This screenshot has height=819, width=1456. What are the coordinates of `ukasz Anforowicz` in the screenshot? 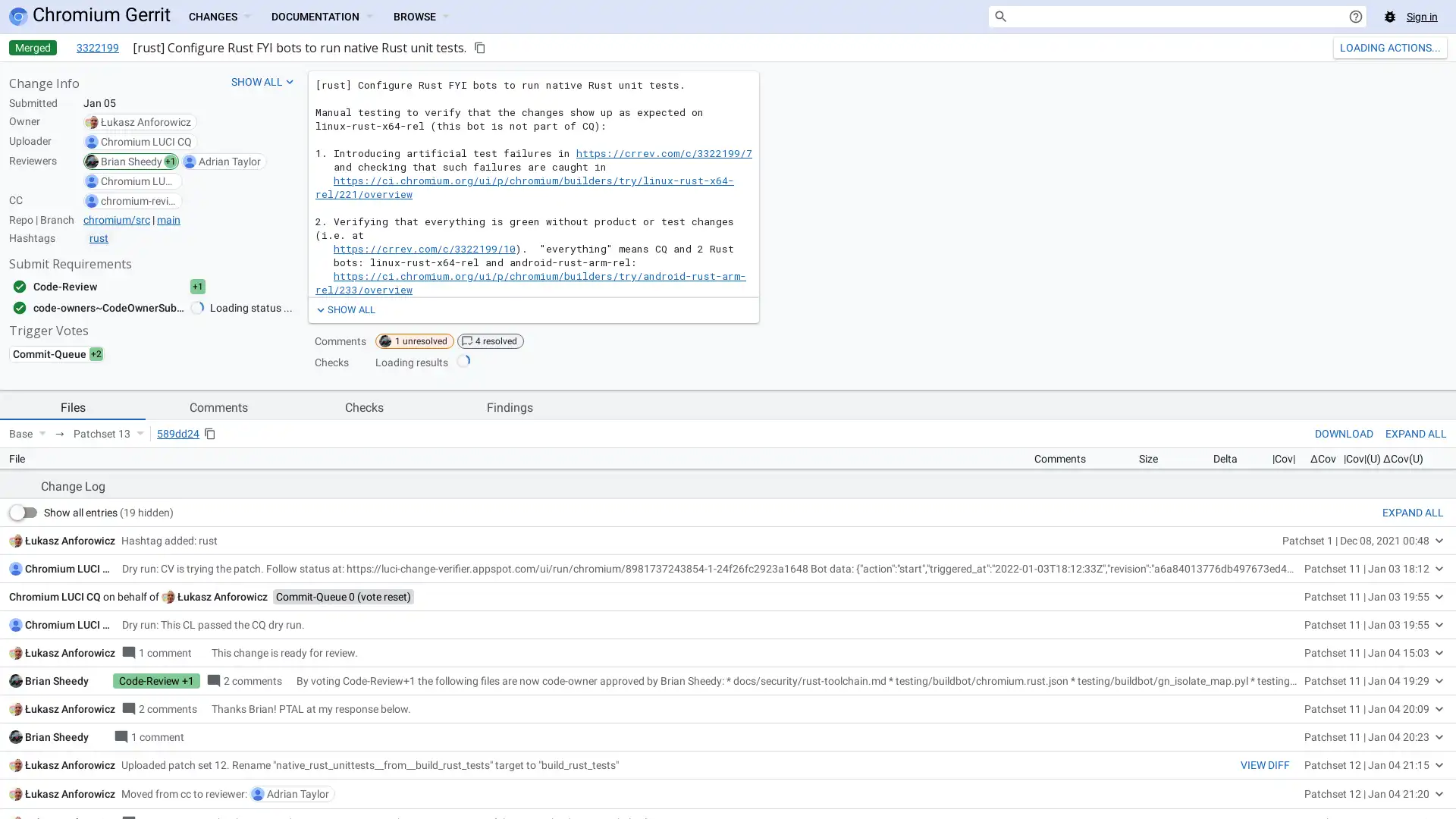 It's located at (69, 748).